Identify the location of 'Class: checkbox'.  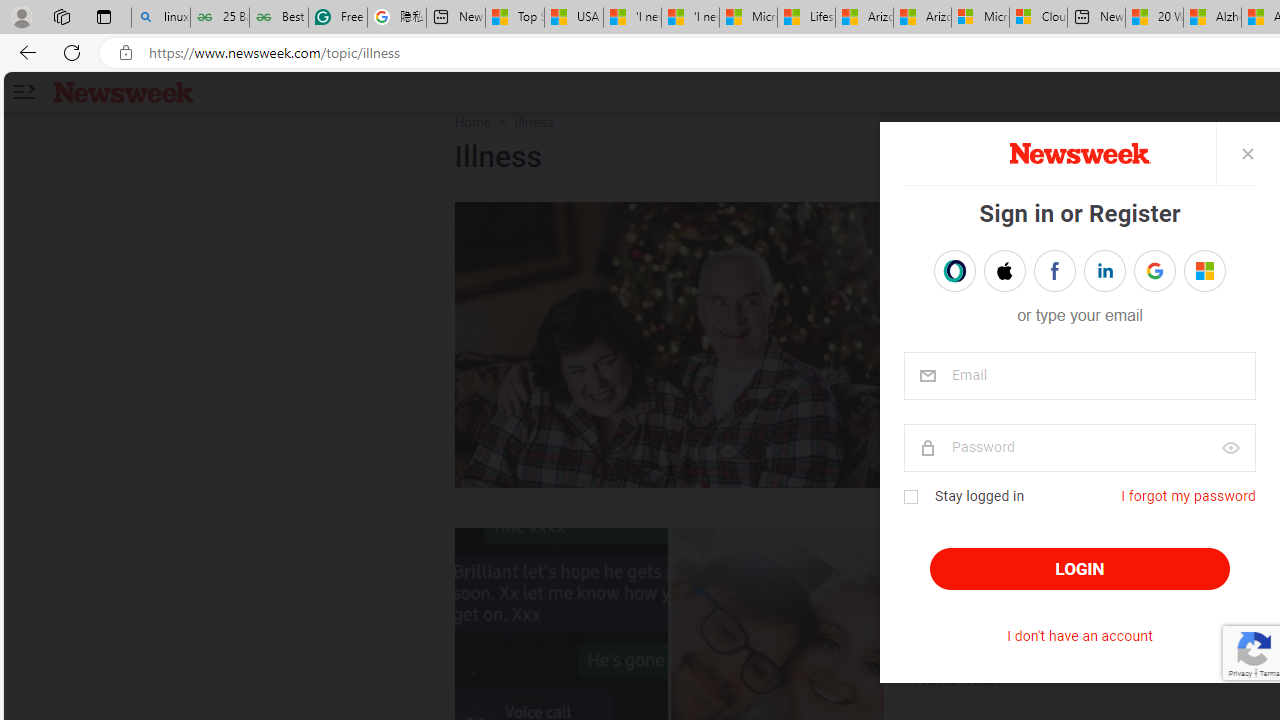
(909, 496).